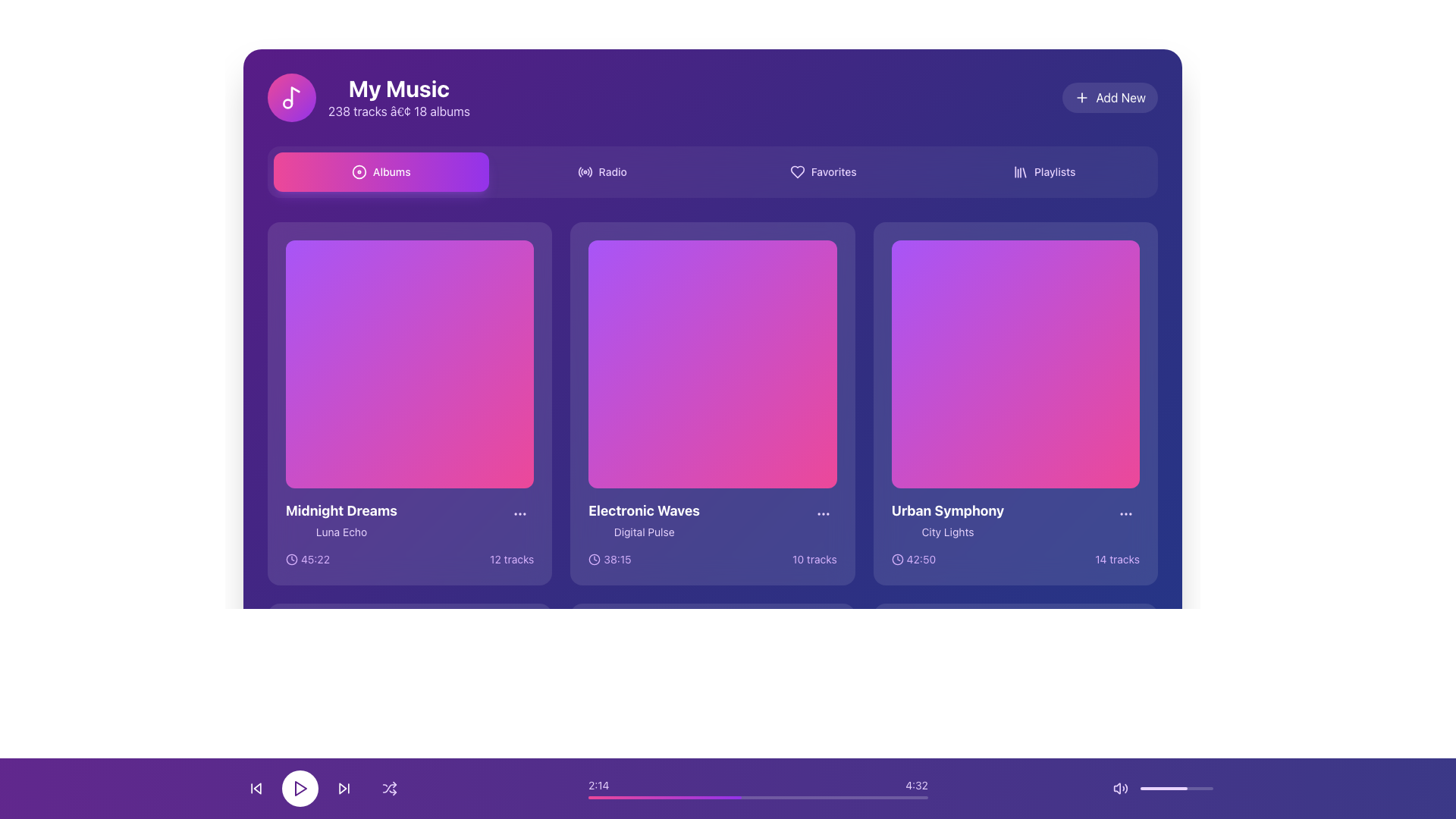 The image size is (1456, 819). I want to click on the Interactive menu button marked by an ellipsis icon located at the bottom-right corner of the 'Midnight Dreams' album card, so click(520, 513).